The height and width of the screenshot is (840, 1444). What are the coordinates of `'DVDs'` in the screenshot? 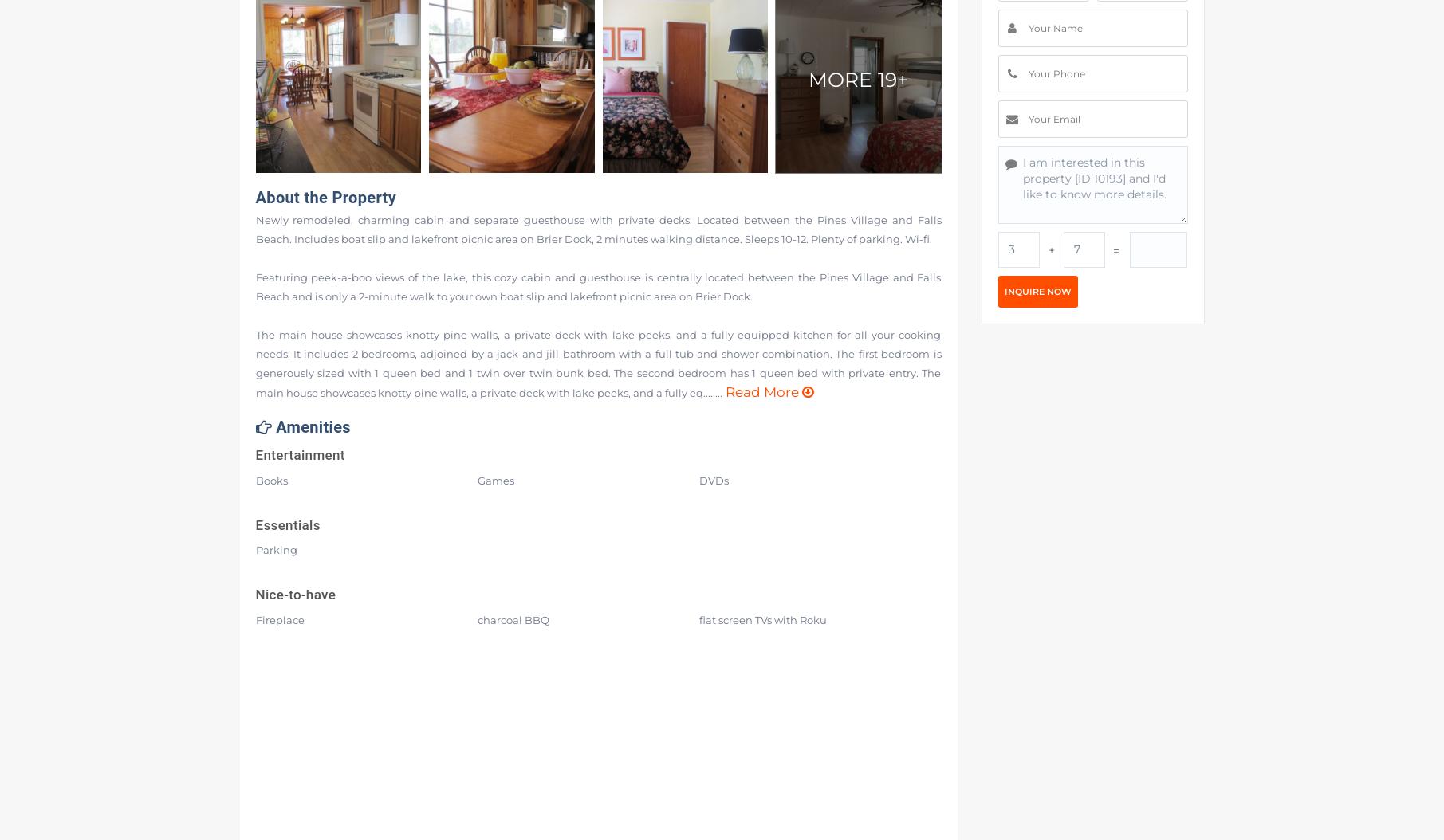 It's located at (713, 479).